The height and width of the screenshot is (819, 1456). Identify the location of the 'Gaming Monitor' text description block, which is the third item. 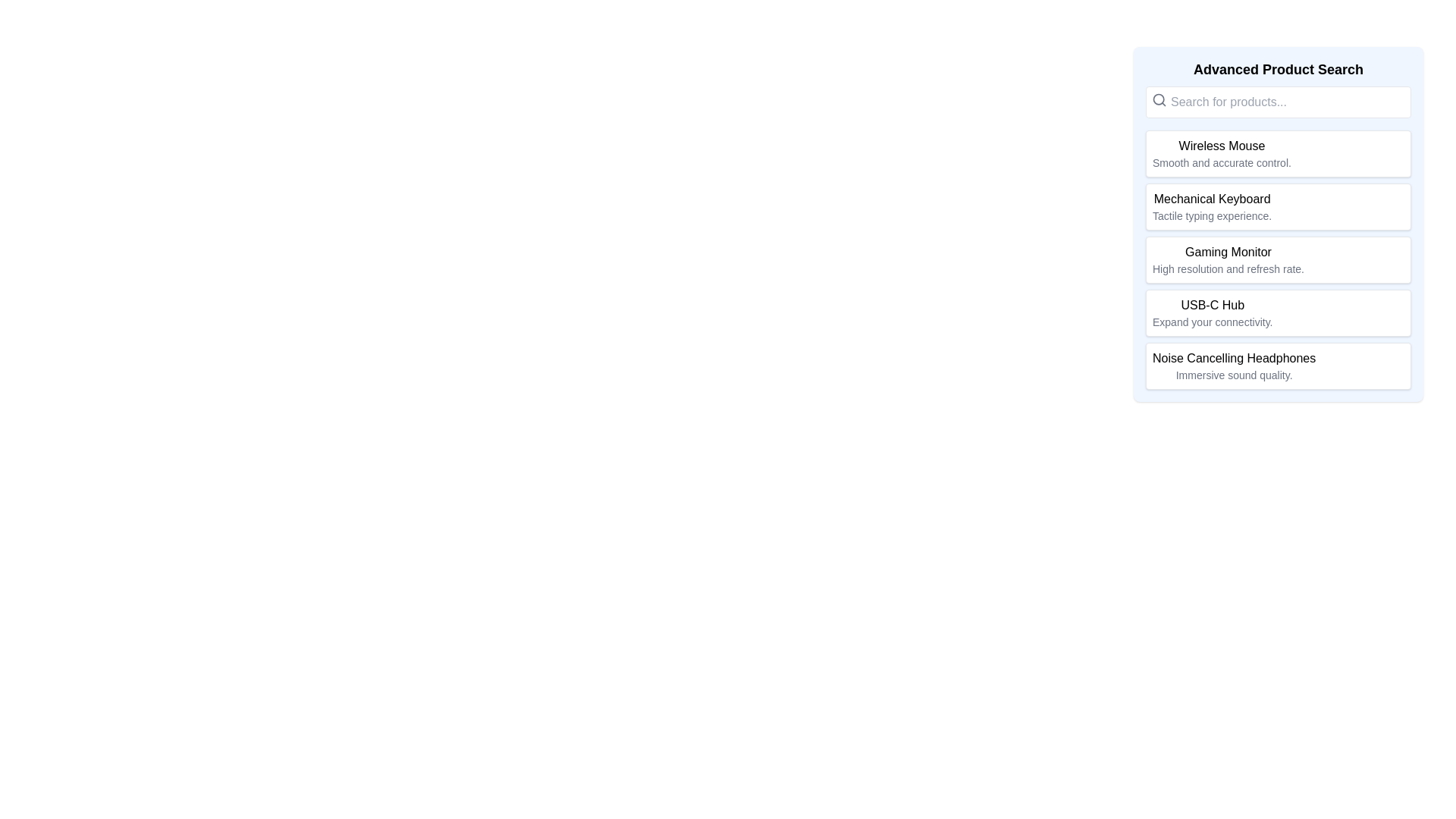
(1277, 259).